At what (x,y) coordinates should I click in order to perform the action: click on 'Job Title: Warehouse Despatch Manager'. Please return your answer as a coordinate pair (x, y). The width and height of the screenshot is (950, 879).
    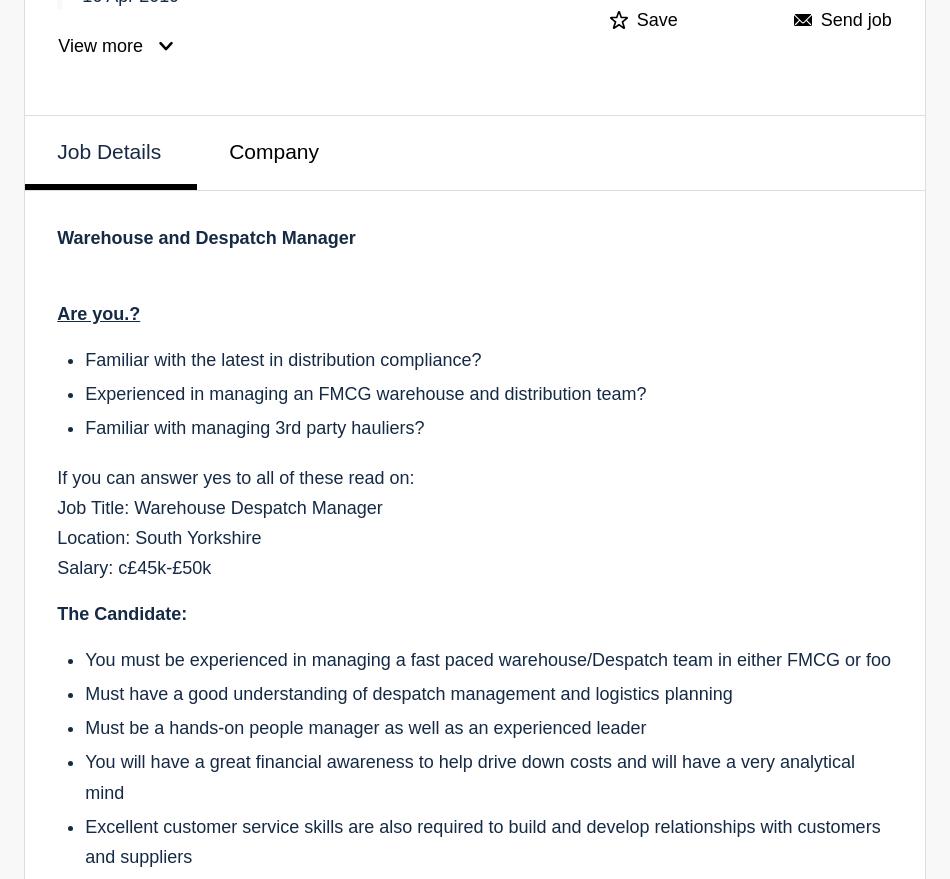
    Looking at the image, I should click on (219, 506).